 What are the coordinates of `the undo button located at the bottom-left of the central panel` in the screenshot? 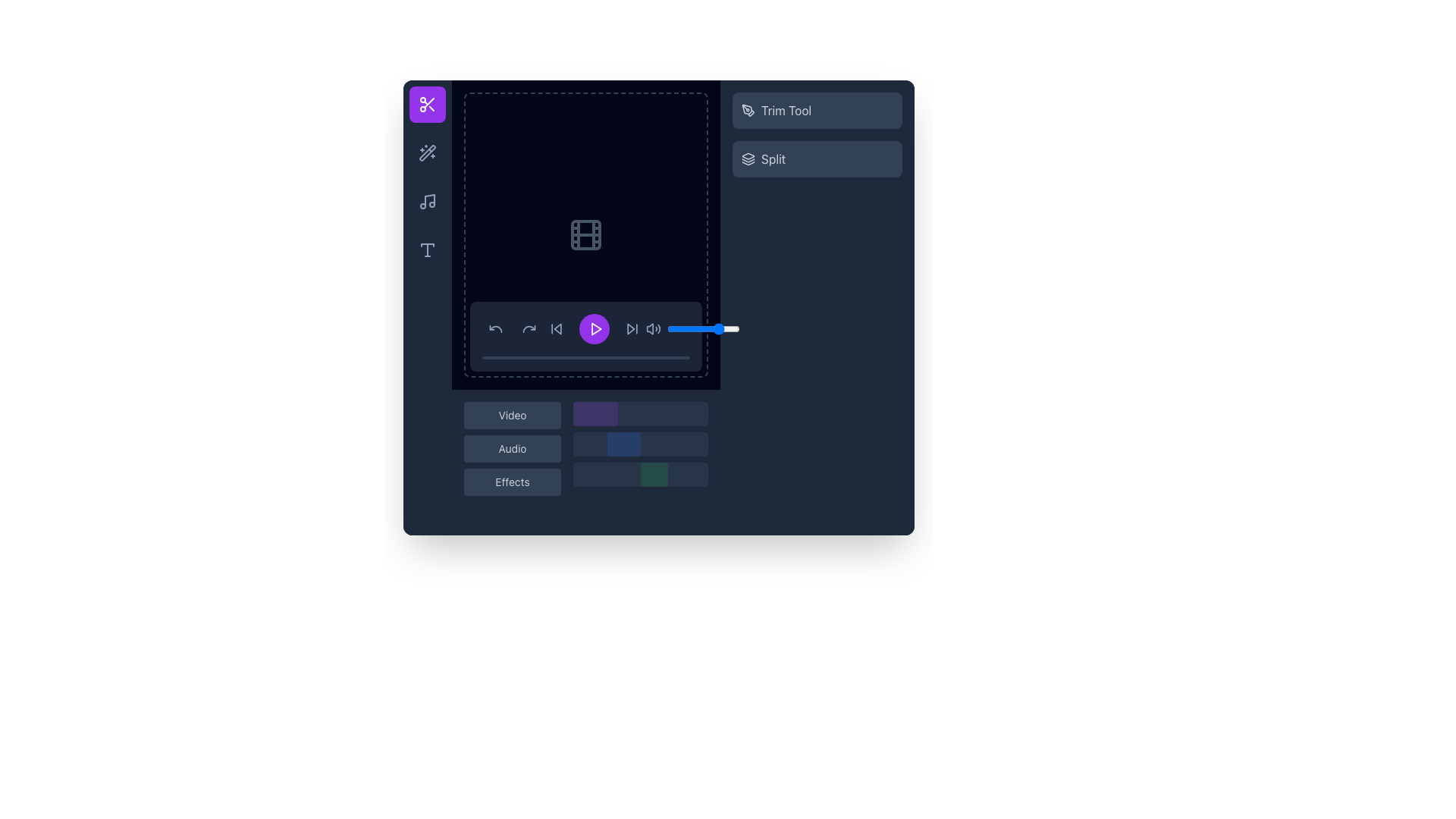 It's located at (495, 328).